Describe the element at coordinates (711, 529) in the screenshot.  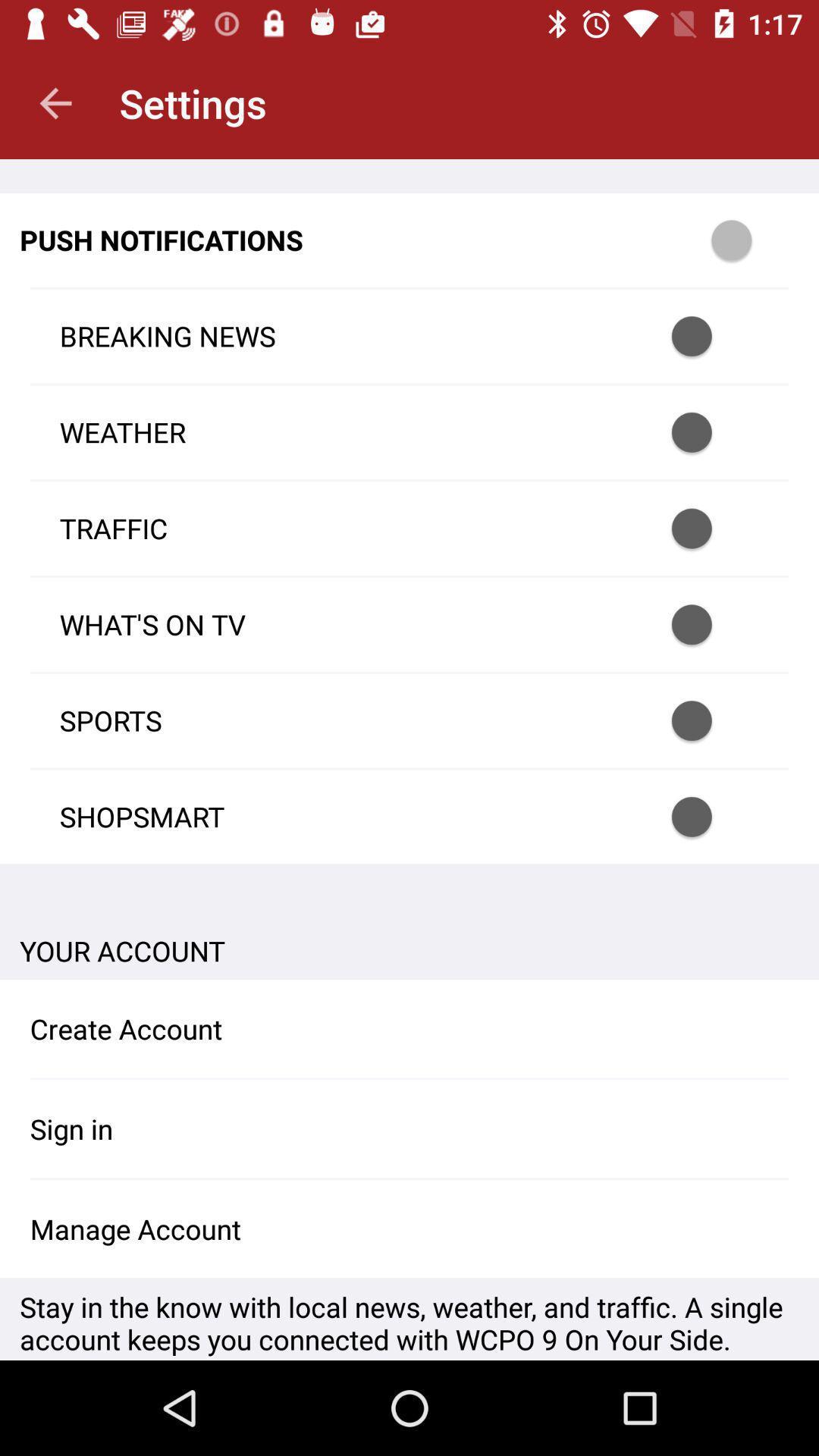
I see `traffic notifications` at that location.